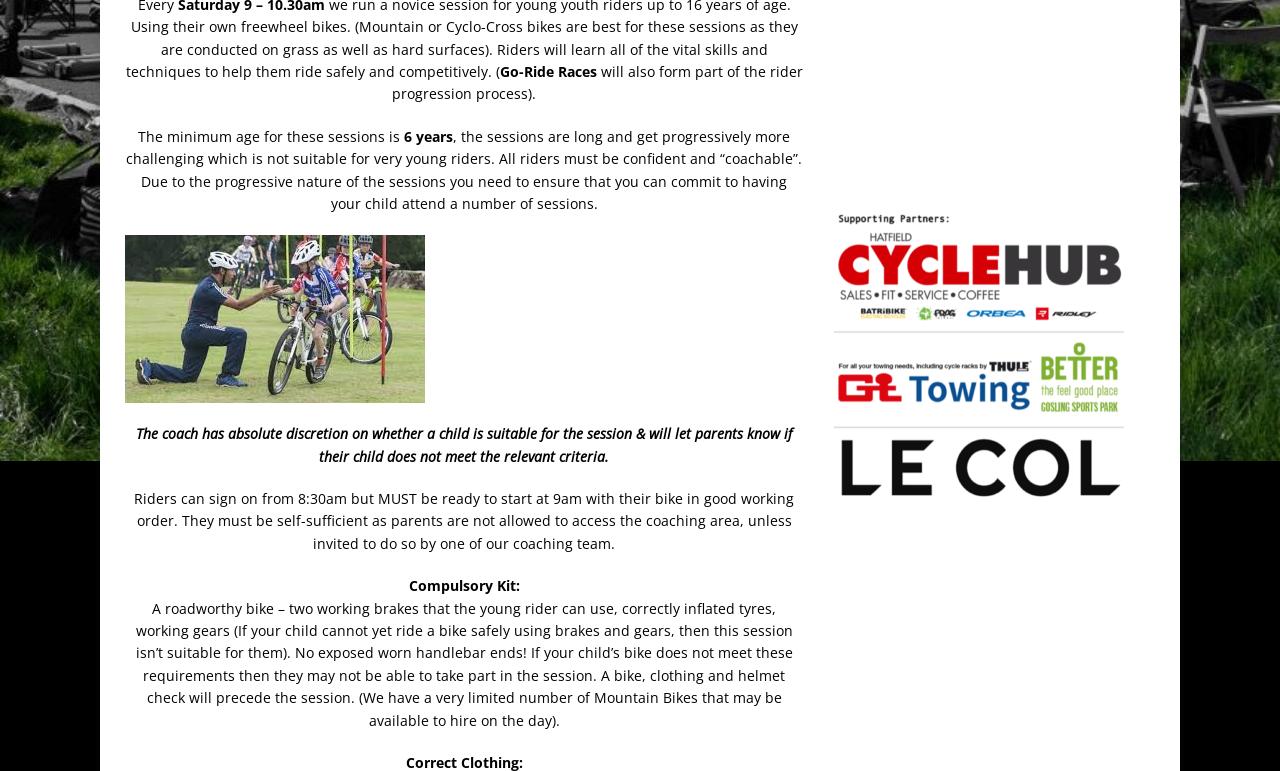 The width and height of the screenshot is (1280, 771). Describe the element at coordinates (124, 147) in the screenshot. I see `', the sessions are long and get progressively more challenging which is not suitable for very young riders. All riders must be confident and “coachable”.'` at that location.